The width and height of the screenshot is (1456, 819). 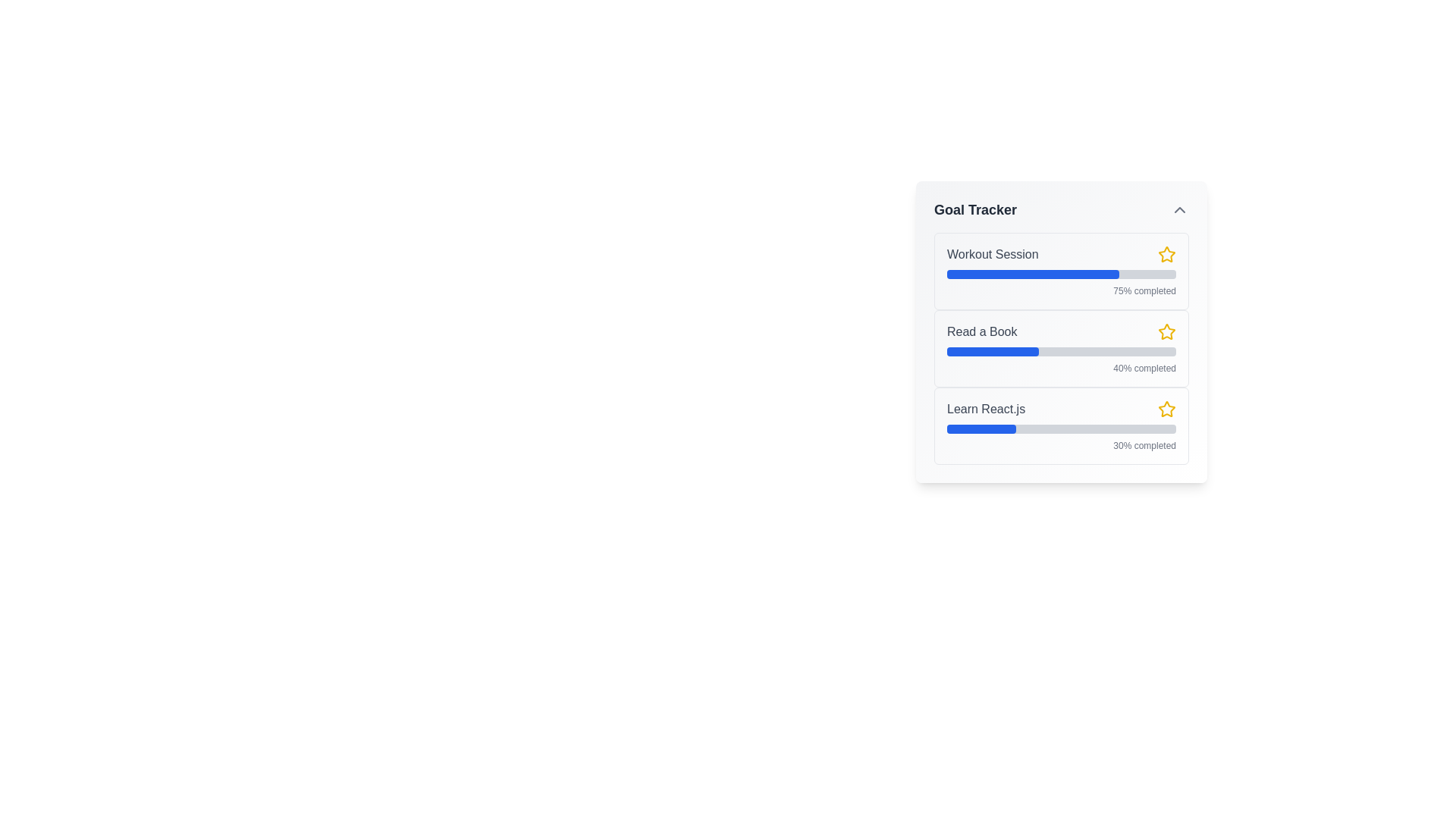 What do you see at coordinates (1061, 348) in the screenshot?
I see `the 'Read a Book' text within the progress tracker card` at bounding box center [1061, 348].